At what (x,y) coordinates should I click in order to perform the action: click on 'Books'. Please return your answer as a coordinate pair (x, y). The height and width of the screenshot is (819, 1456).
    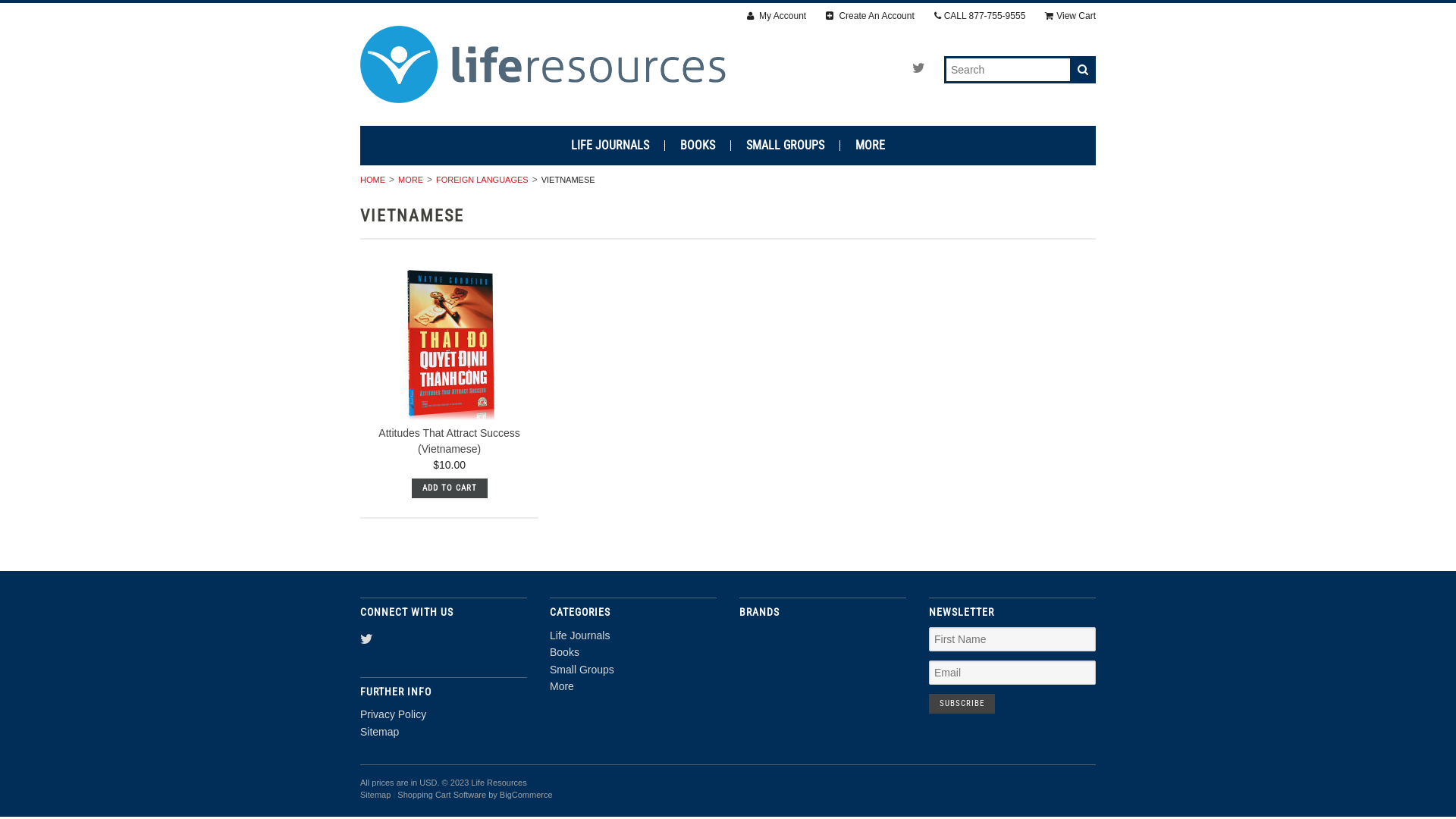
    Looking at the image, I should click on (563, 651).